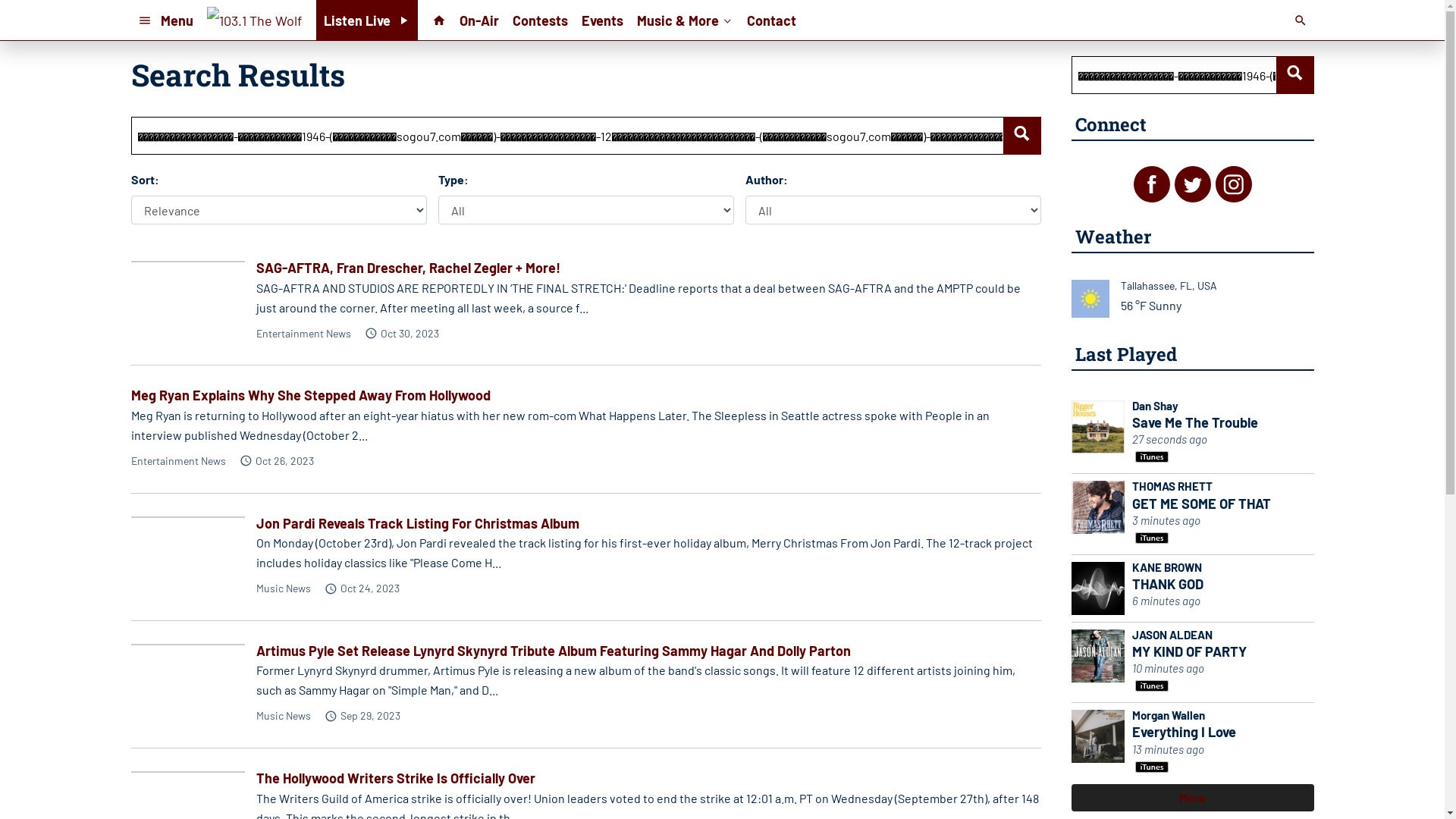 The height and width of the screenshot is (819, 1456). I want to click on 'Search', so click(1294, 75).